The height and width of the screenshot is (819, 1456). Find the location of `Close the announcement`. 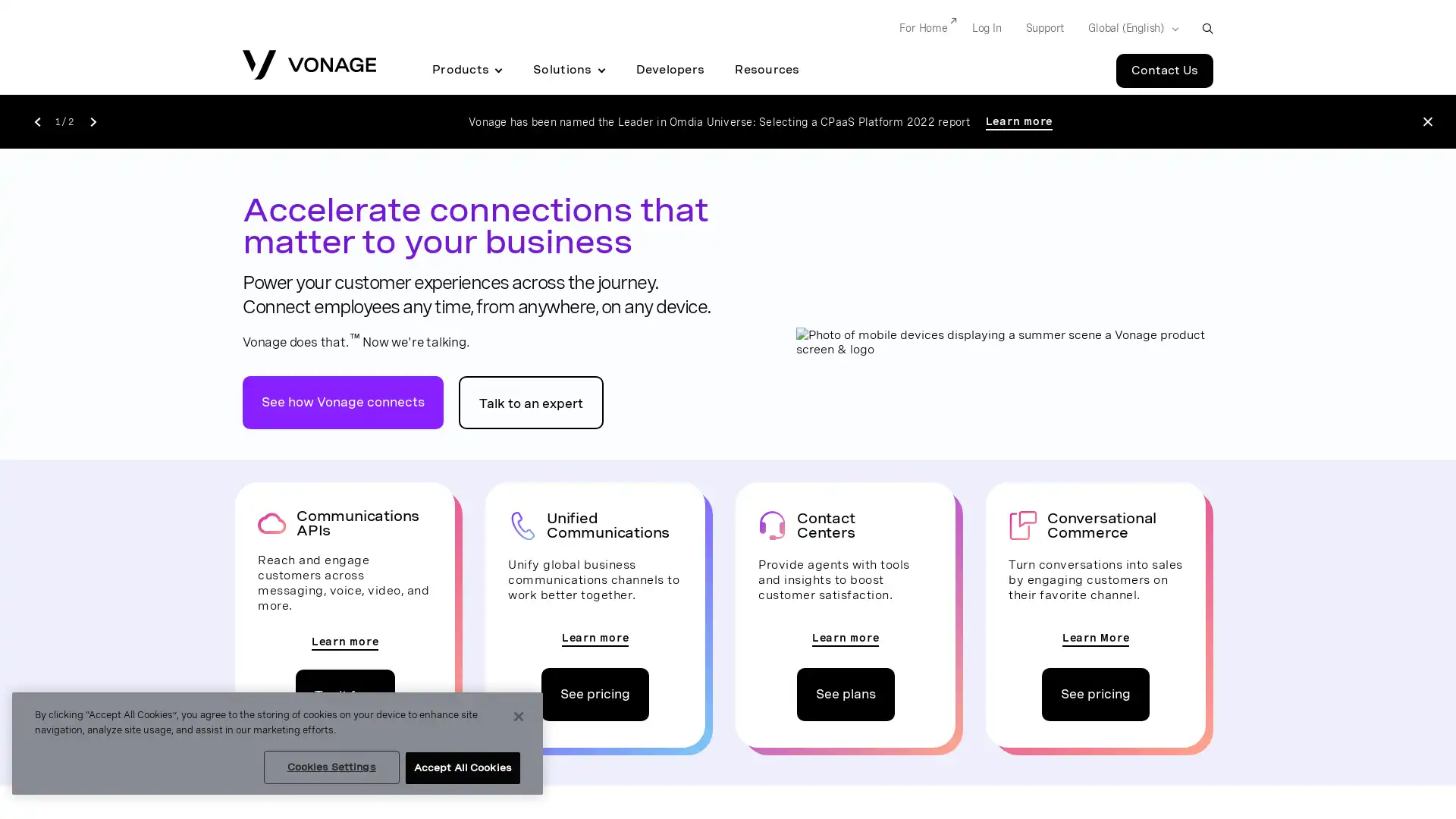

Close the announcement is located at coordinates (1426, 121).